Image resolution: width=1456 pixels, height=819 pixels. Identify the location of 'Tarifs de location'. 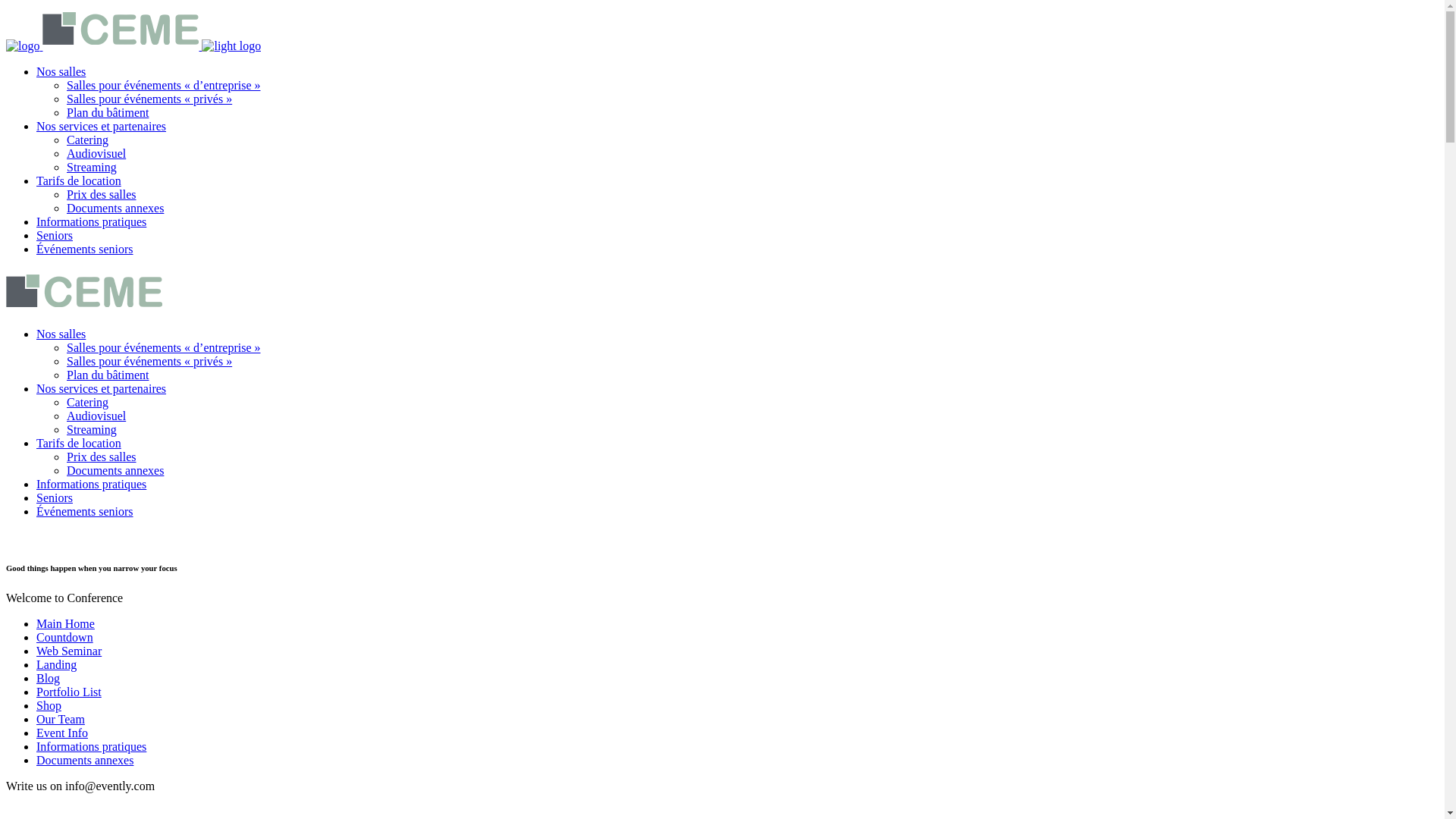
(78, 443).